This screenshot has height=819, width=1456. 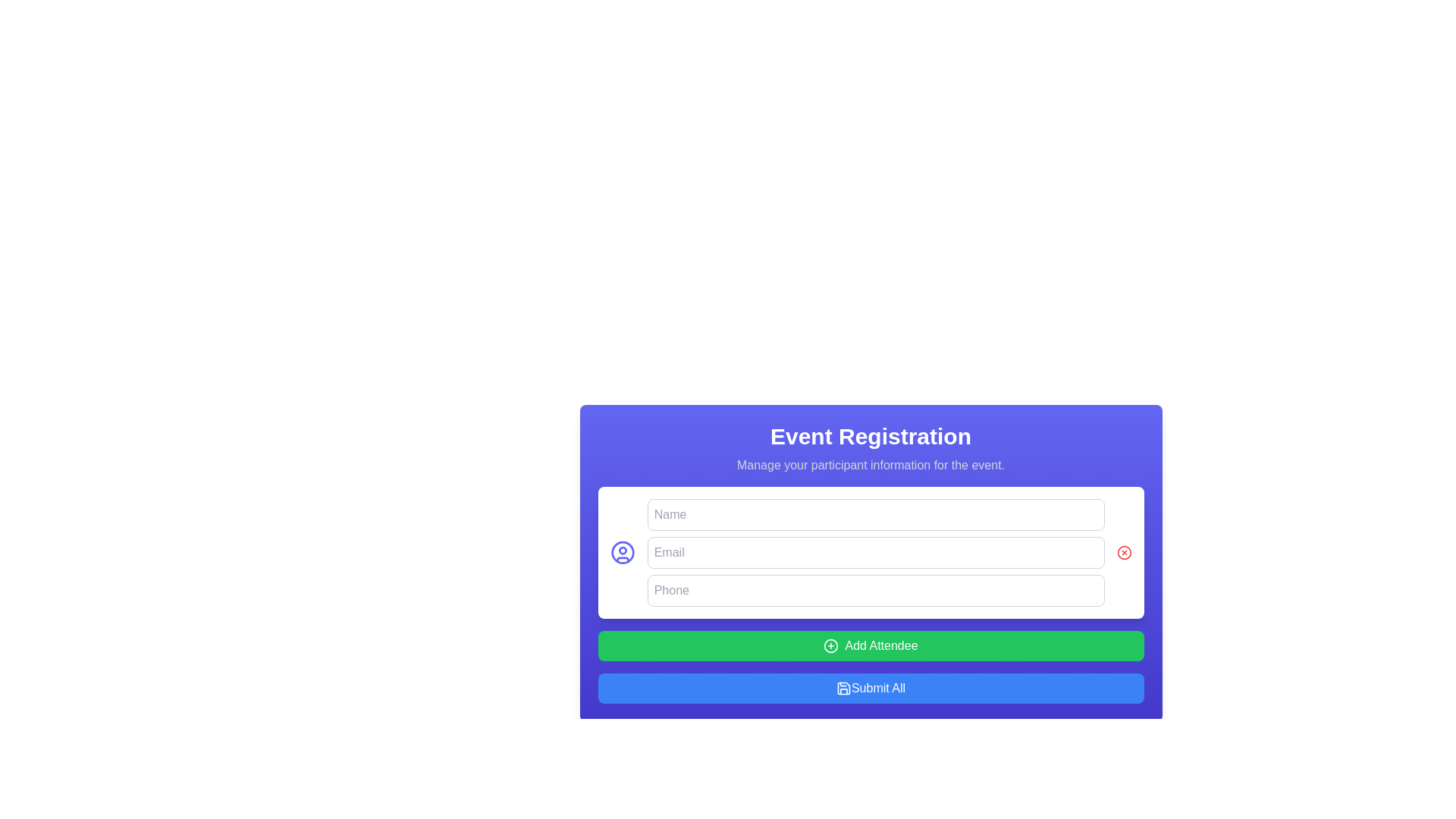 I want to click on the save or submit icon located to the left of the 'Submit All' button, so click(x=843, y=688).